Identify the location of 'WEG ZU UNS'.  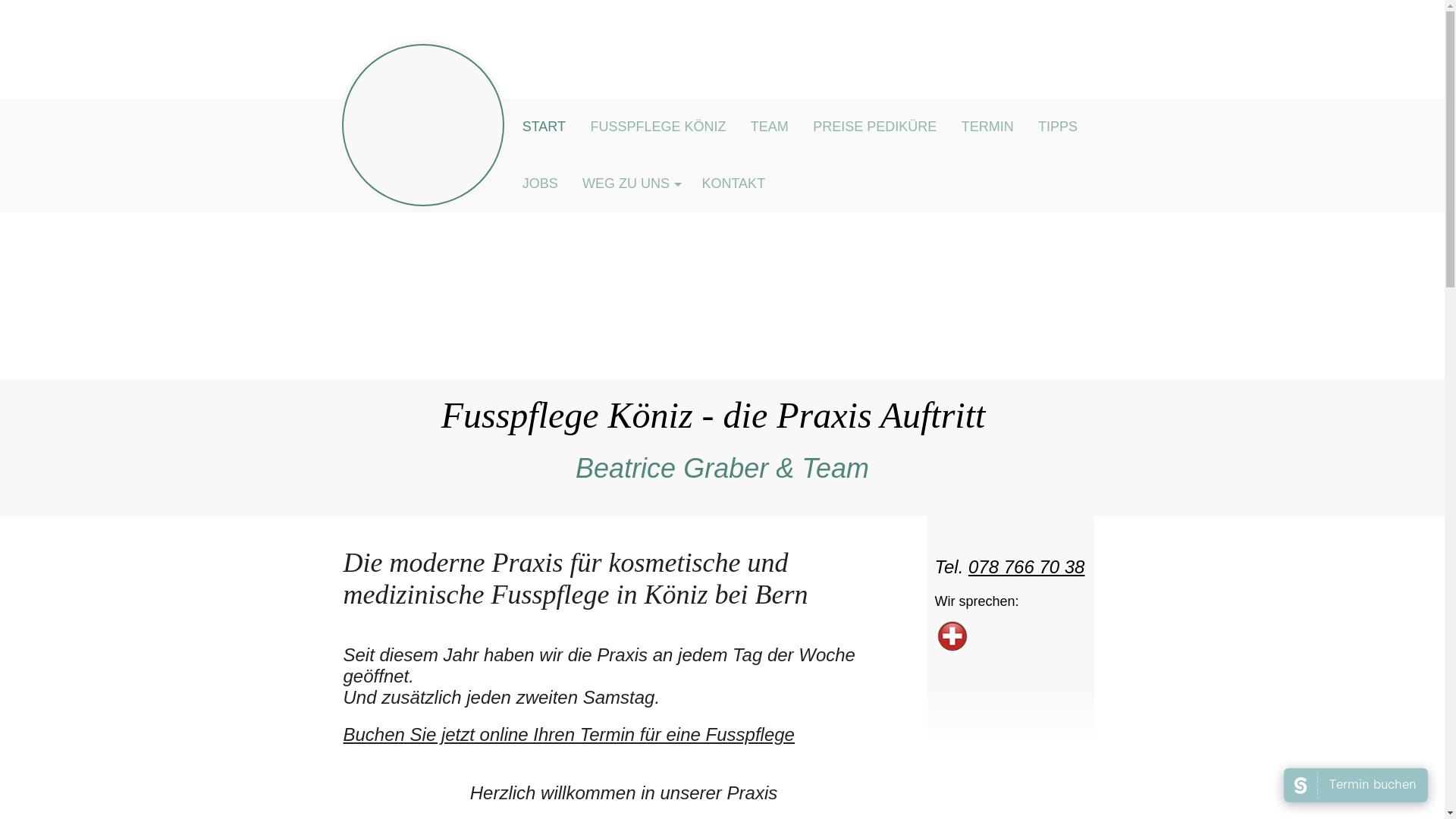
(629, 183).